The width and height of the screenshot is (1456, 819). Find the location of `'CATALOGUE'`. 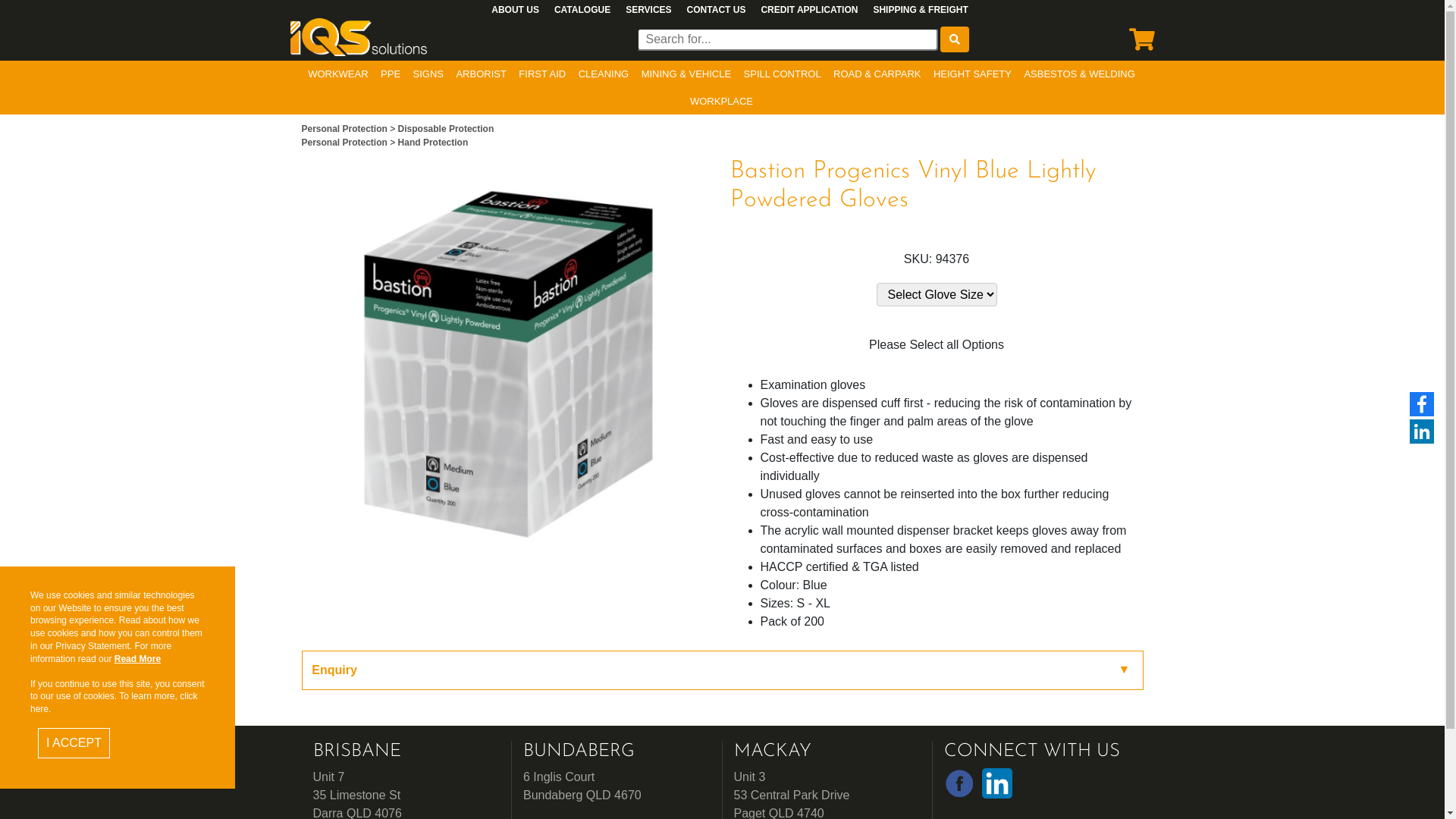

'CATALOGUE' is located at coordinates (582, 9).